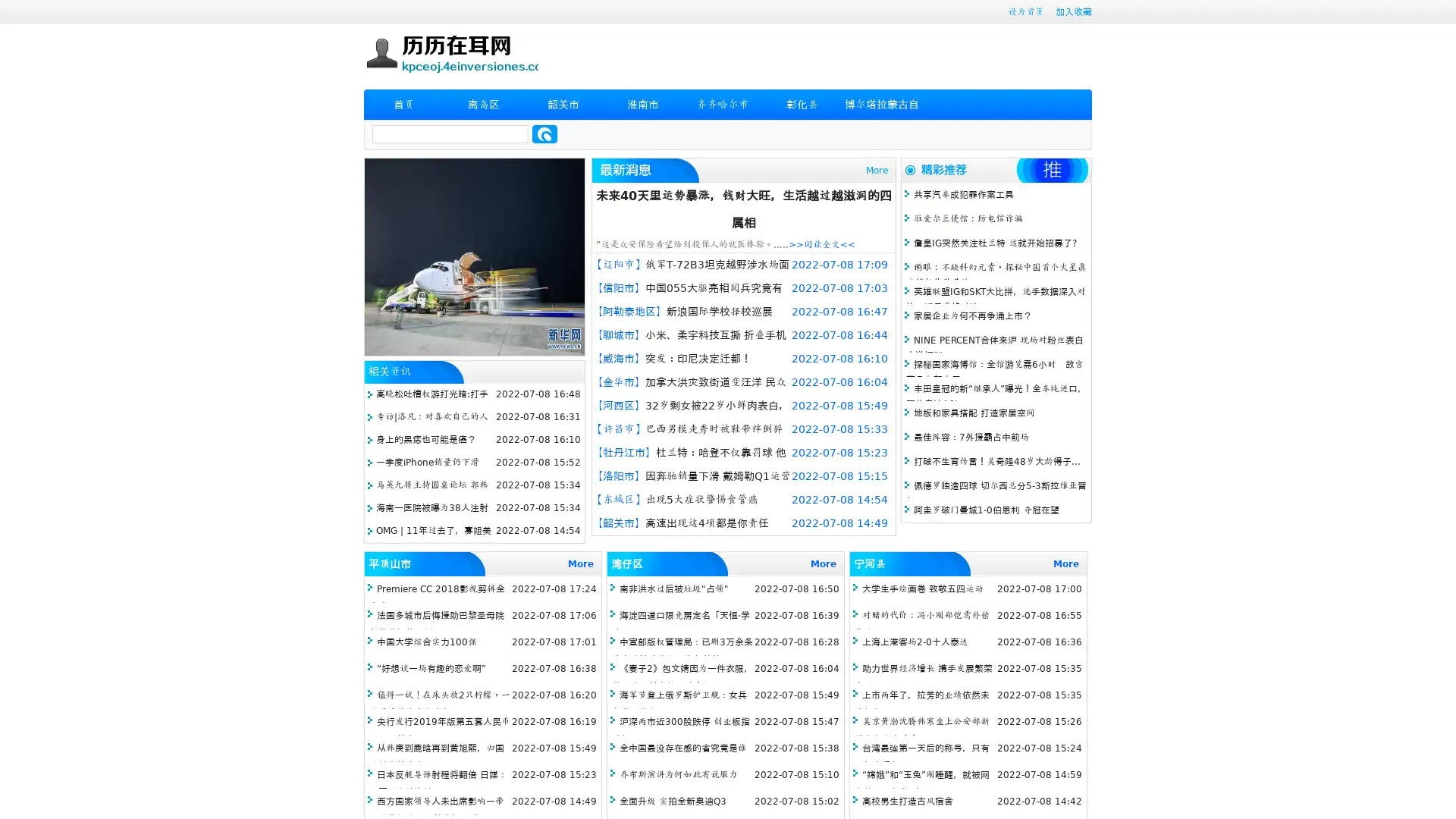  Describe the element at coordinates (544, 133) in the screenshot. I see `Search` at that location.